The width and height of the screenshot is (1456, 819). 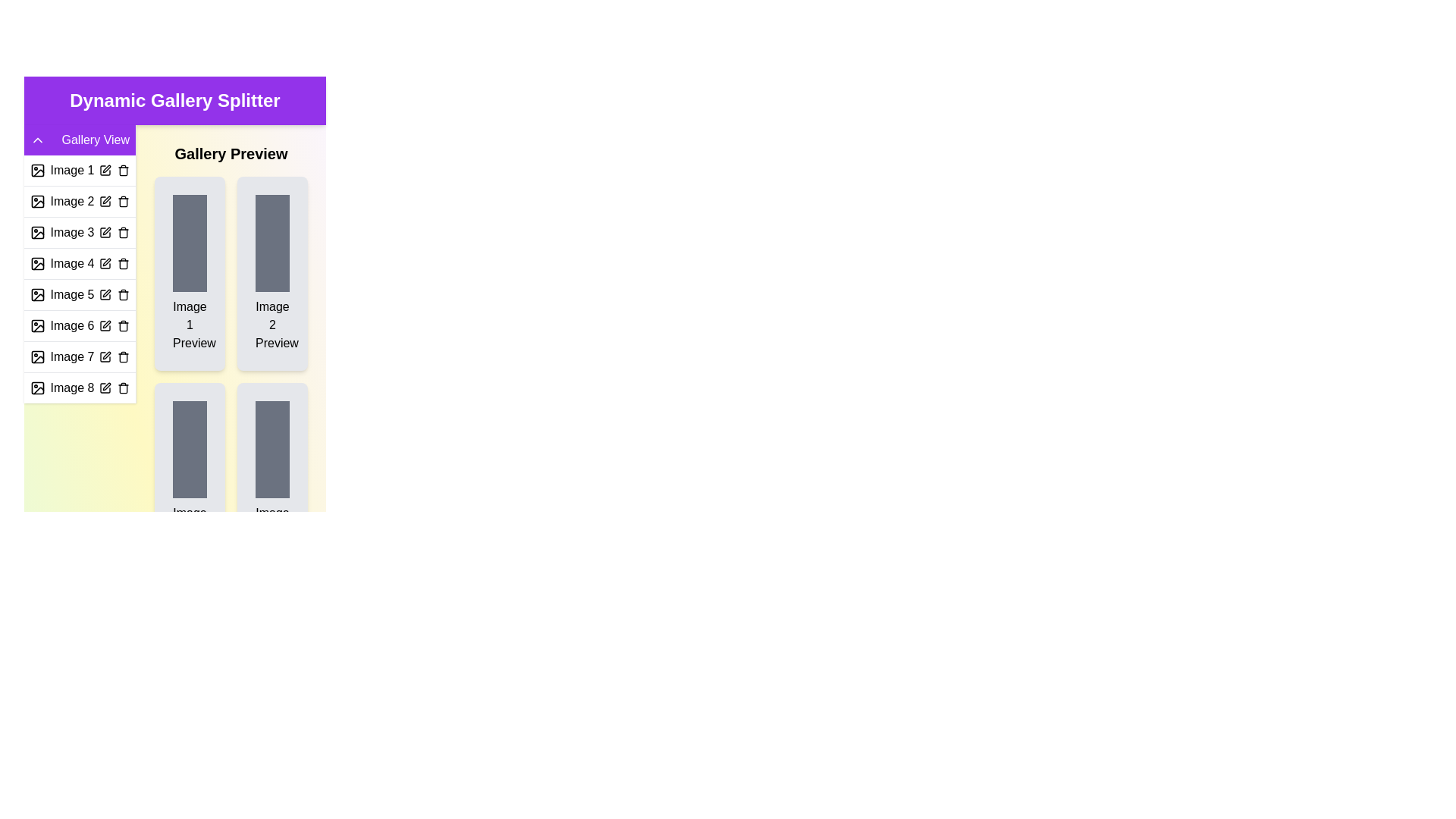 I want to click on the second icon from the left, so click(x=37, y=233).